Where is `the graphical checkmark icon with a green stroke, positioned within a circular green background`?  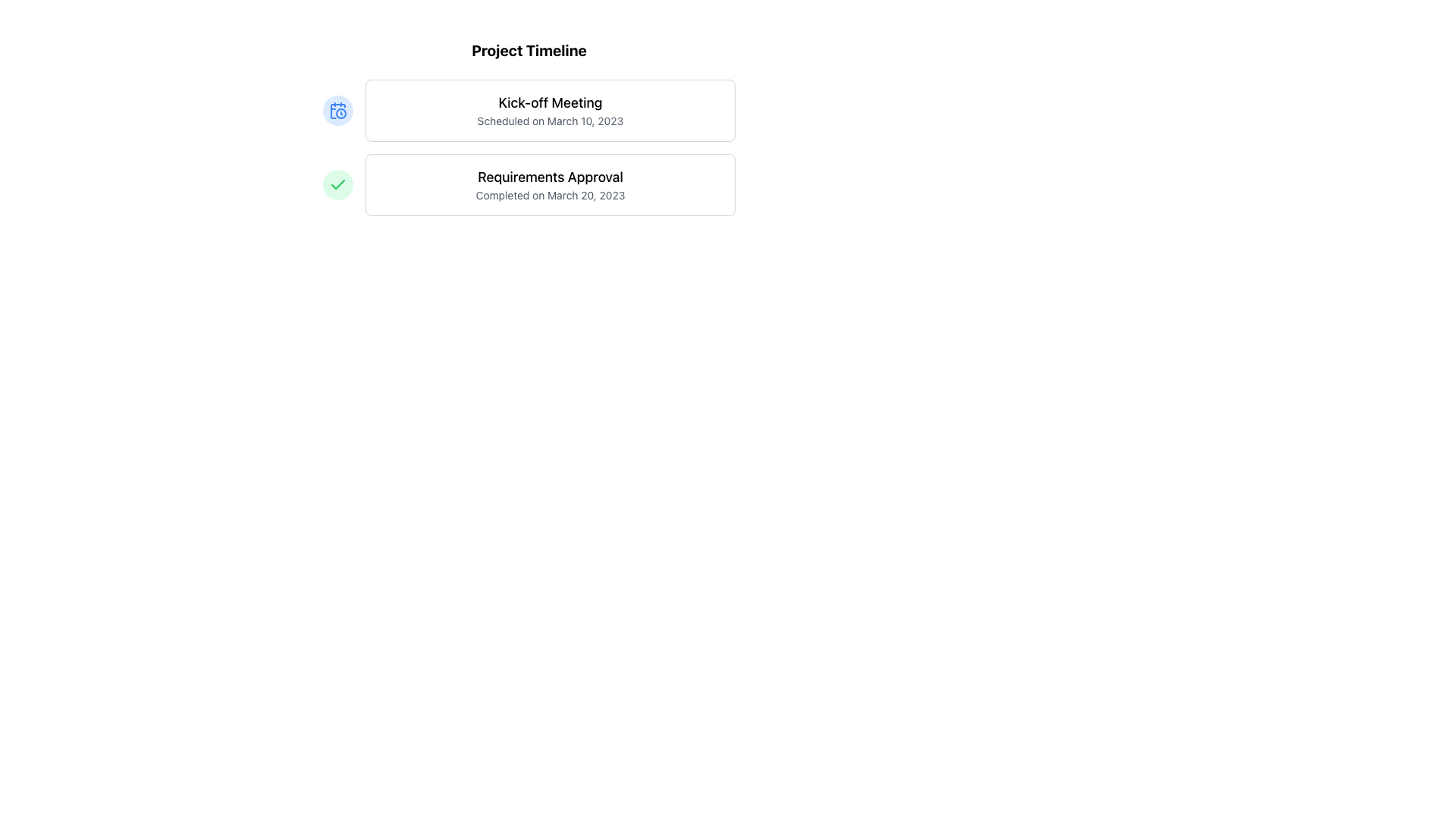
the graphical checkmark icon with a green stroke, positioned within a circular green background is located at coordinates (337, 184).